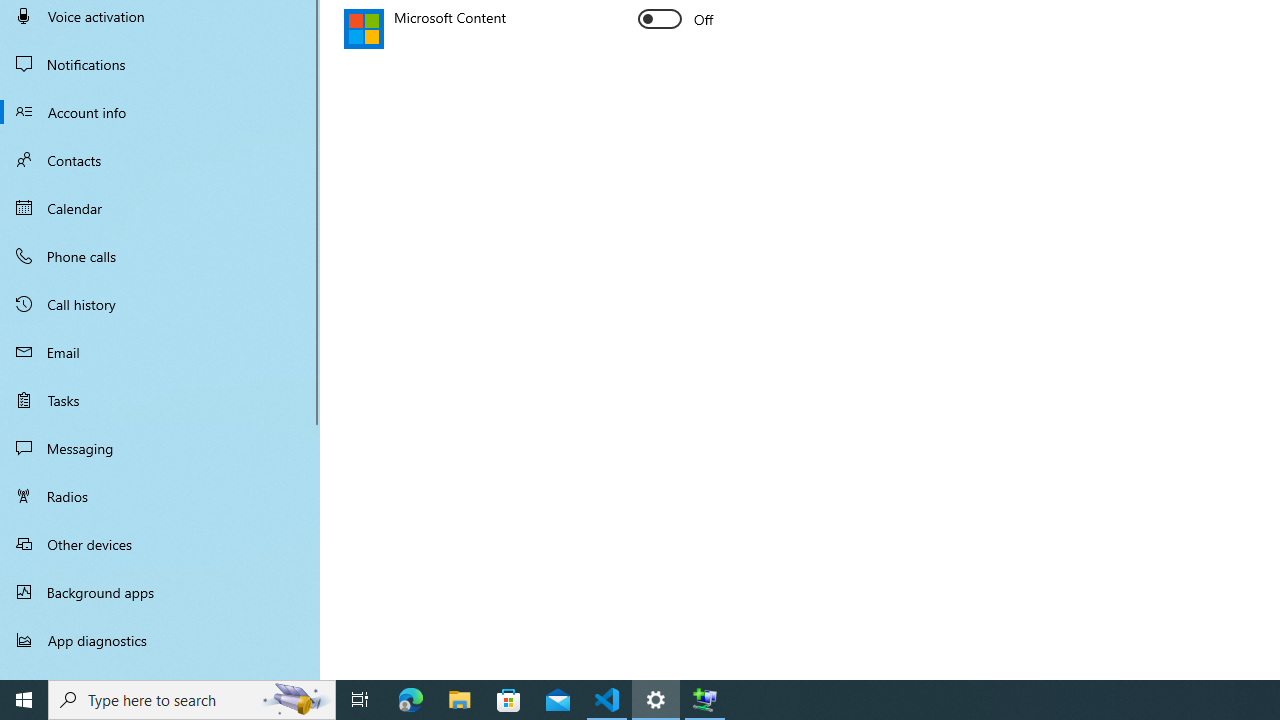  Describe the element at coordinates (459, 698) in the screenshot. I see `'File Explorer'` at that location.